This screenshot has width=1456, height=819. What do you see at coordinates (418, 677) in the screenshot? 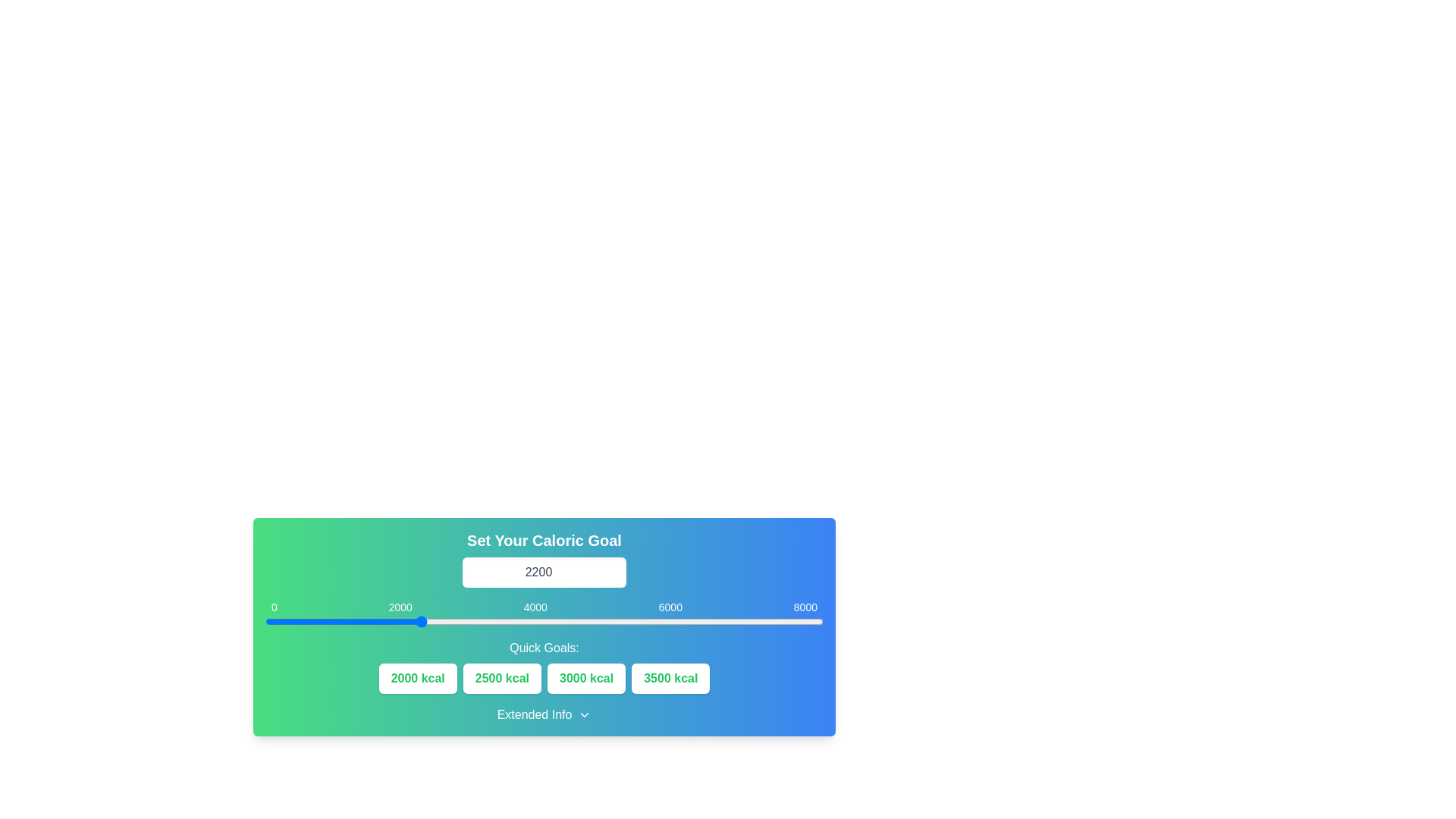
I see `the '2000 kcal' button located under the 'Quick Goals:' label` at bounding box center [418, 677].